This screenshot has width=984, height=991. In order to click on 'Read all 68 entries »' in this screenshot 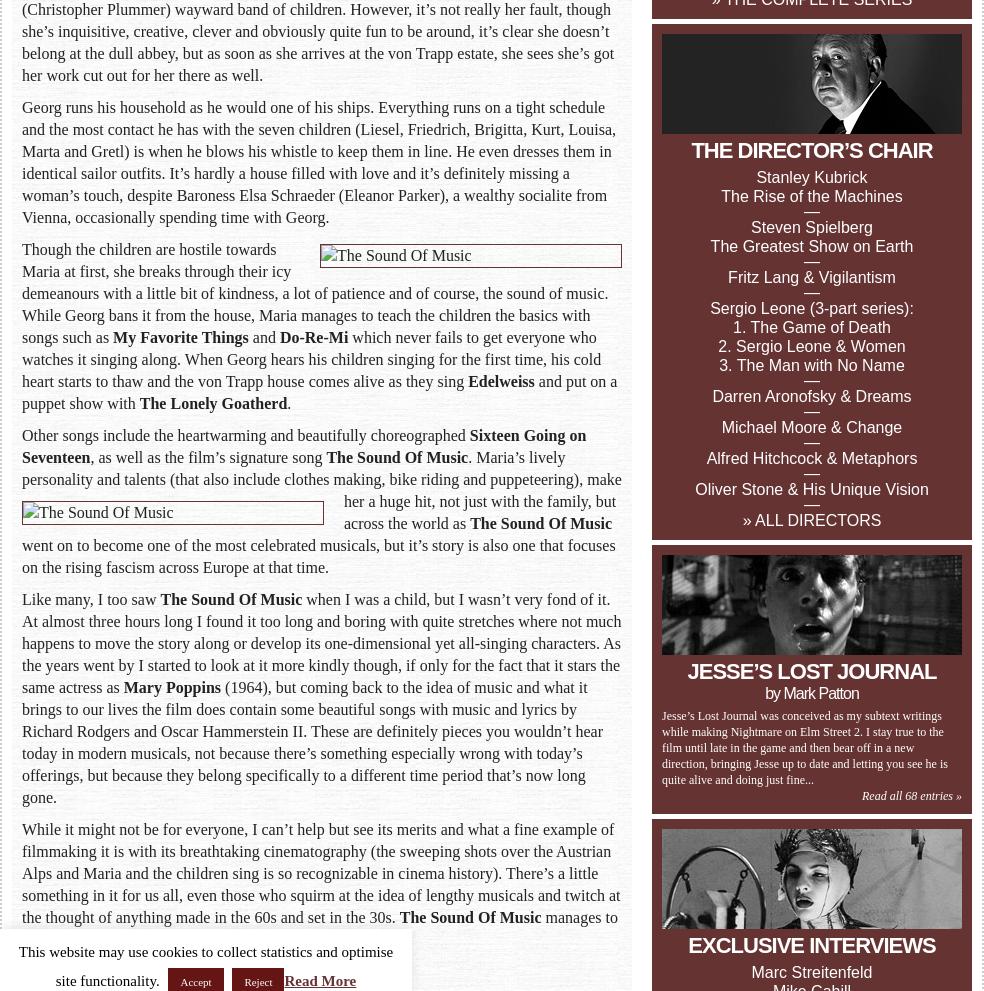, I will do `click(911, 795)`.